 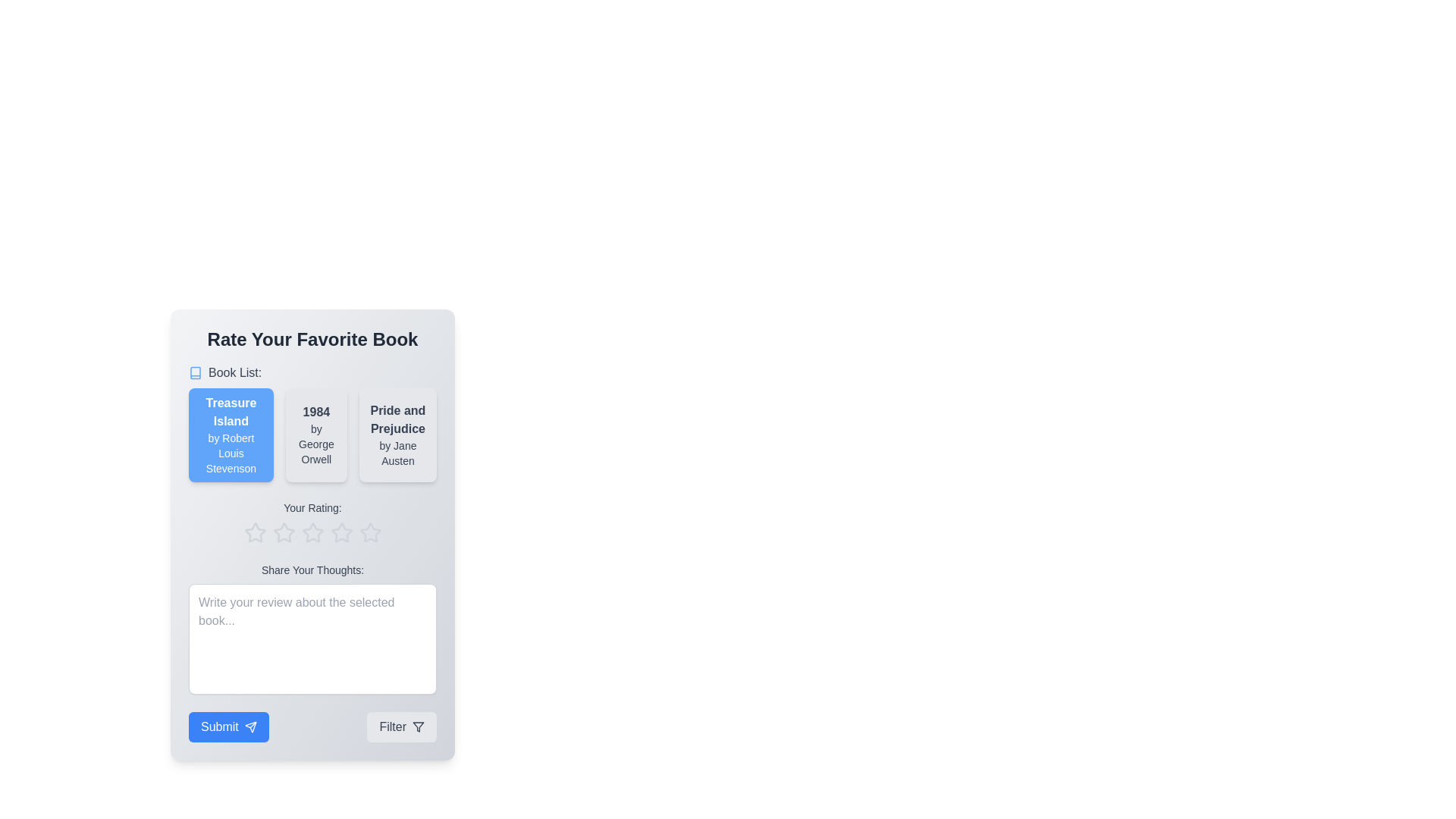 What do you see at coordinates (230, 435) in the screenshot?
I see `the first button in the 'Book List' section to select the book 'Treasure Island' by Robert Louis Stevenson` at bounding box center [230, 435].